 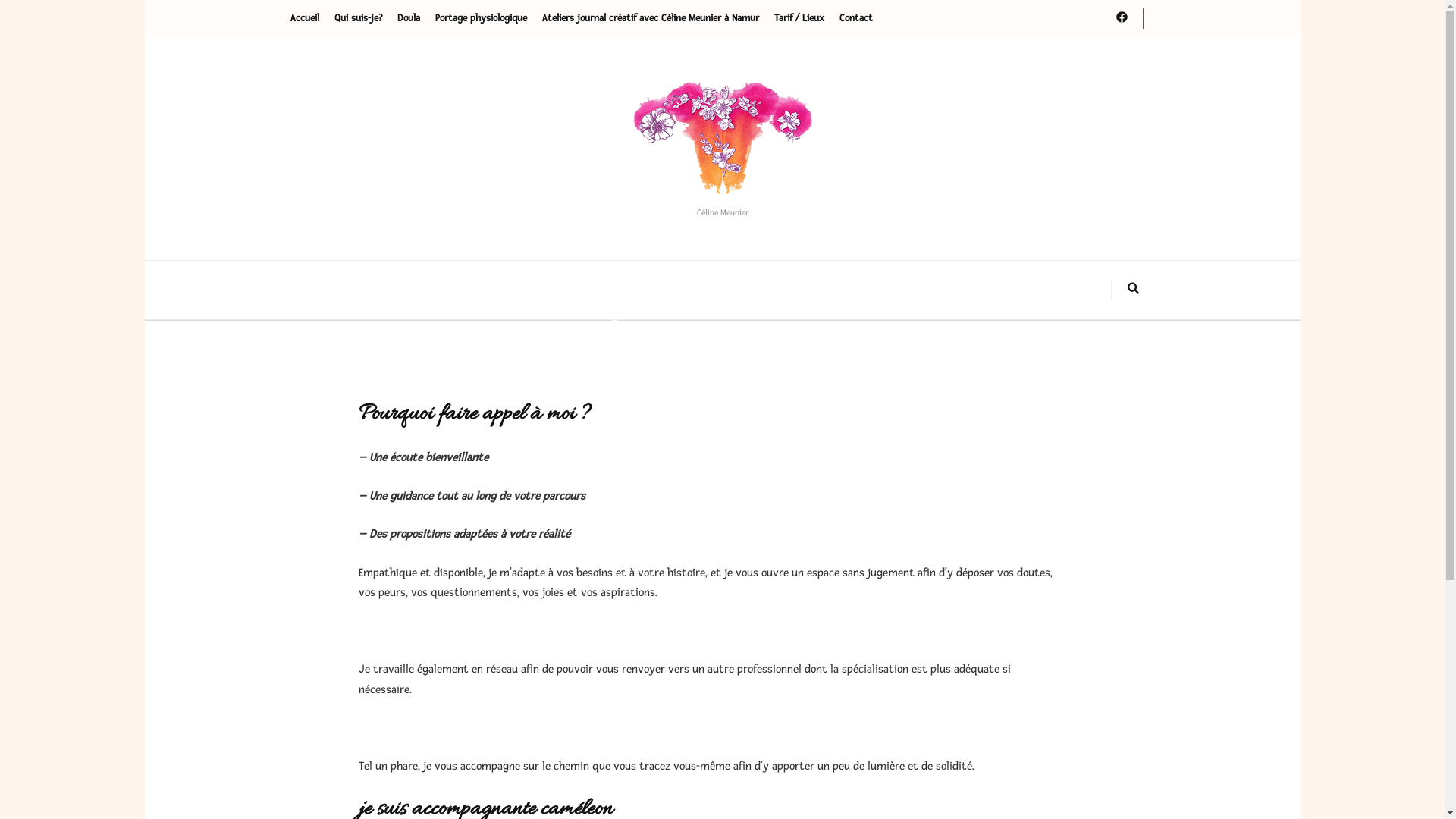 I want to click on 'Tarif / Lieux', so click(x=797, y=18).